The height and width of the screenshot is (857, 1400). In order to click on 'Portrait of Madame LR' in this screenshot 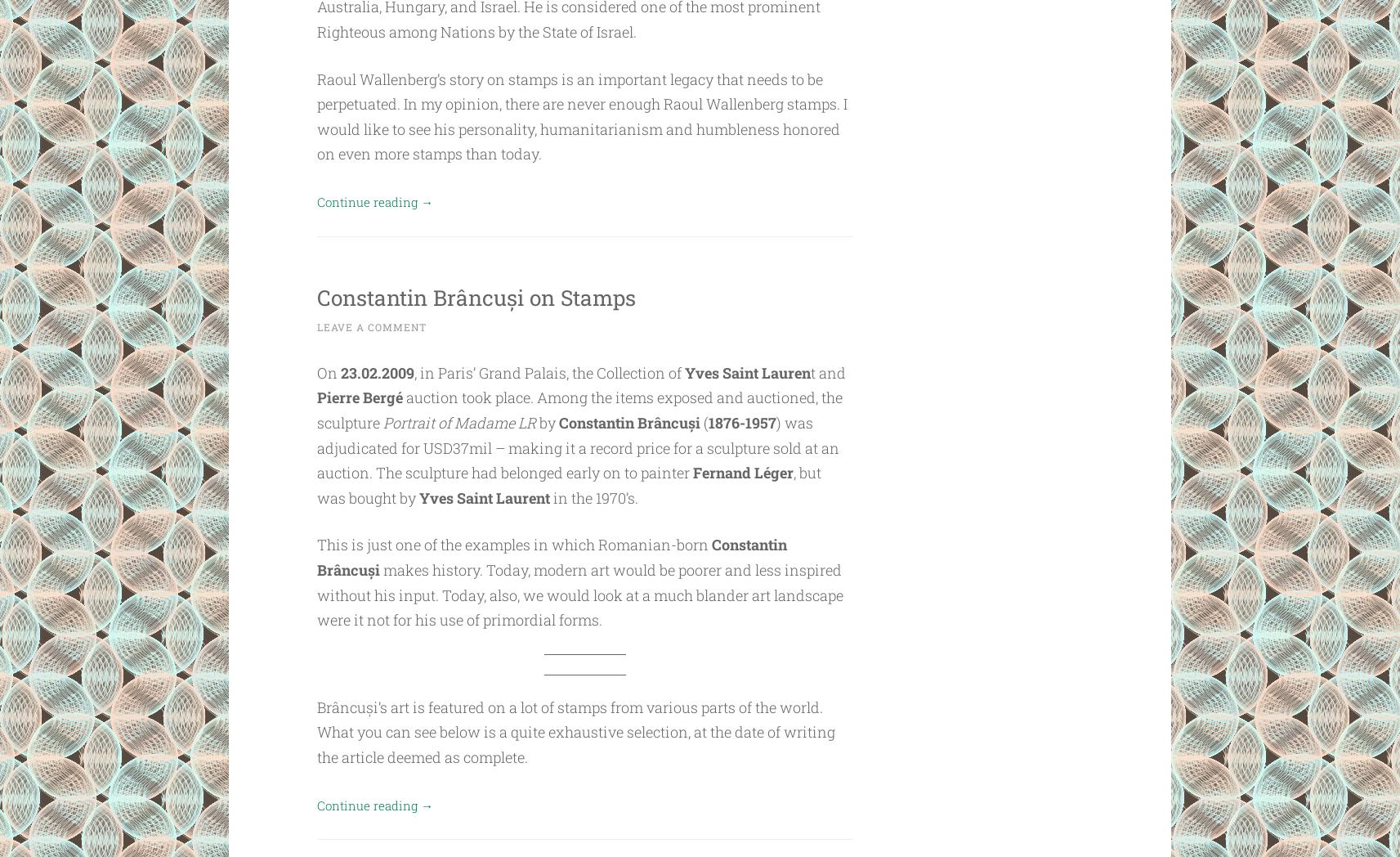, I will do `click(459, 422)`.